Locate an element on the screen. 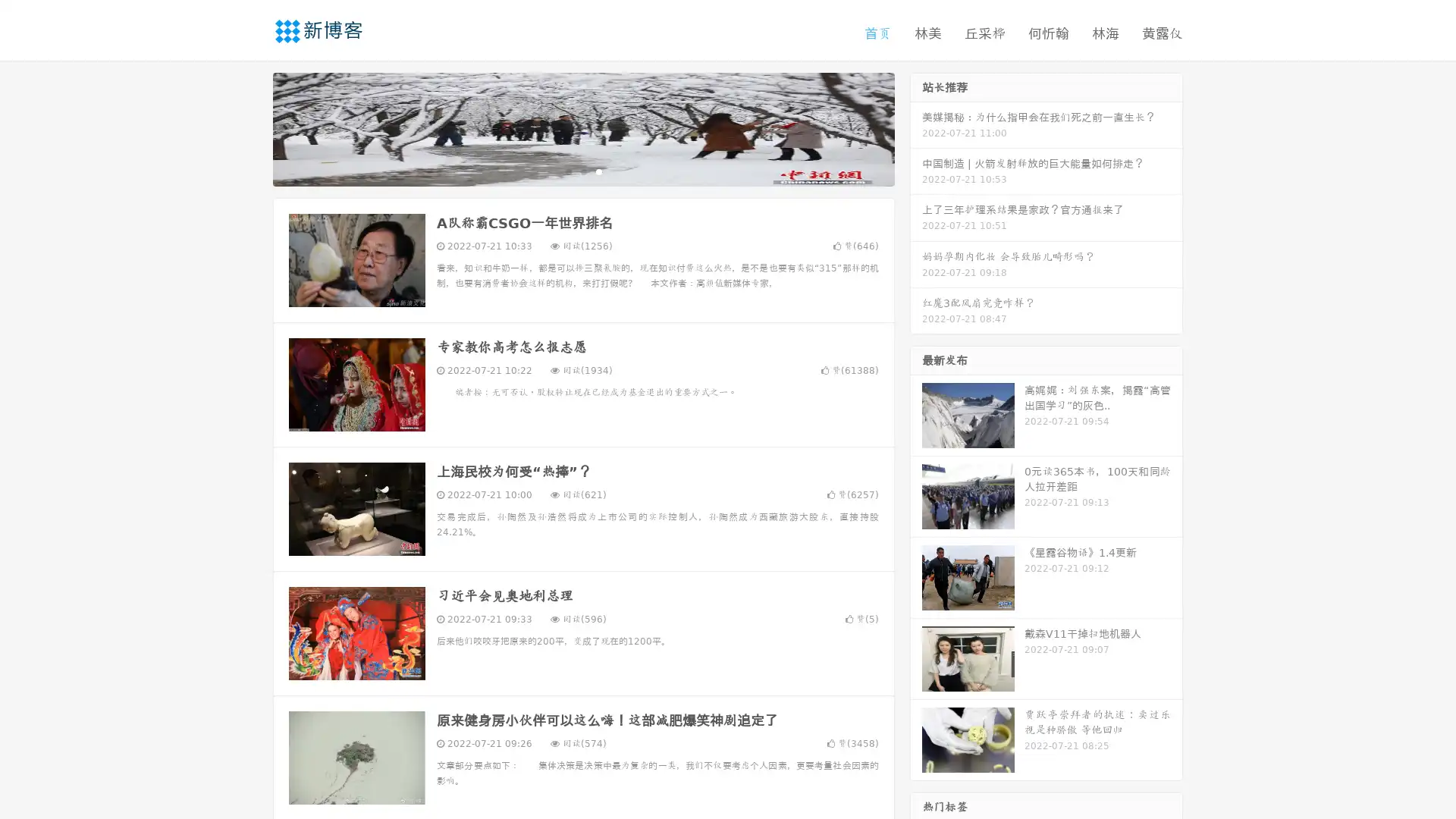 This screenshot has width=1456, height=819. Go to slide 1 is located at coordinates (567, 171).